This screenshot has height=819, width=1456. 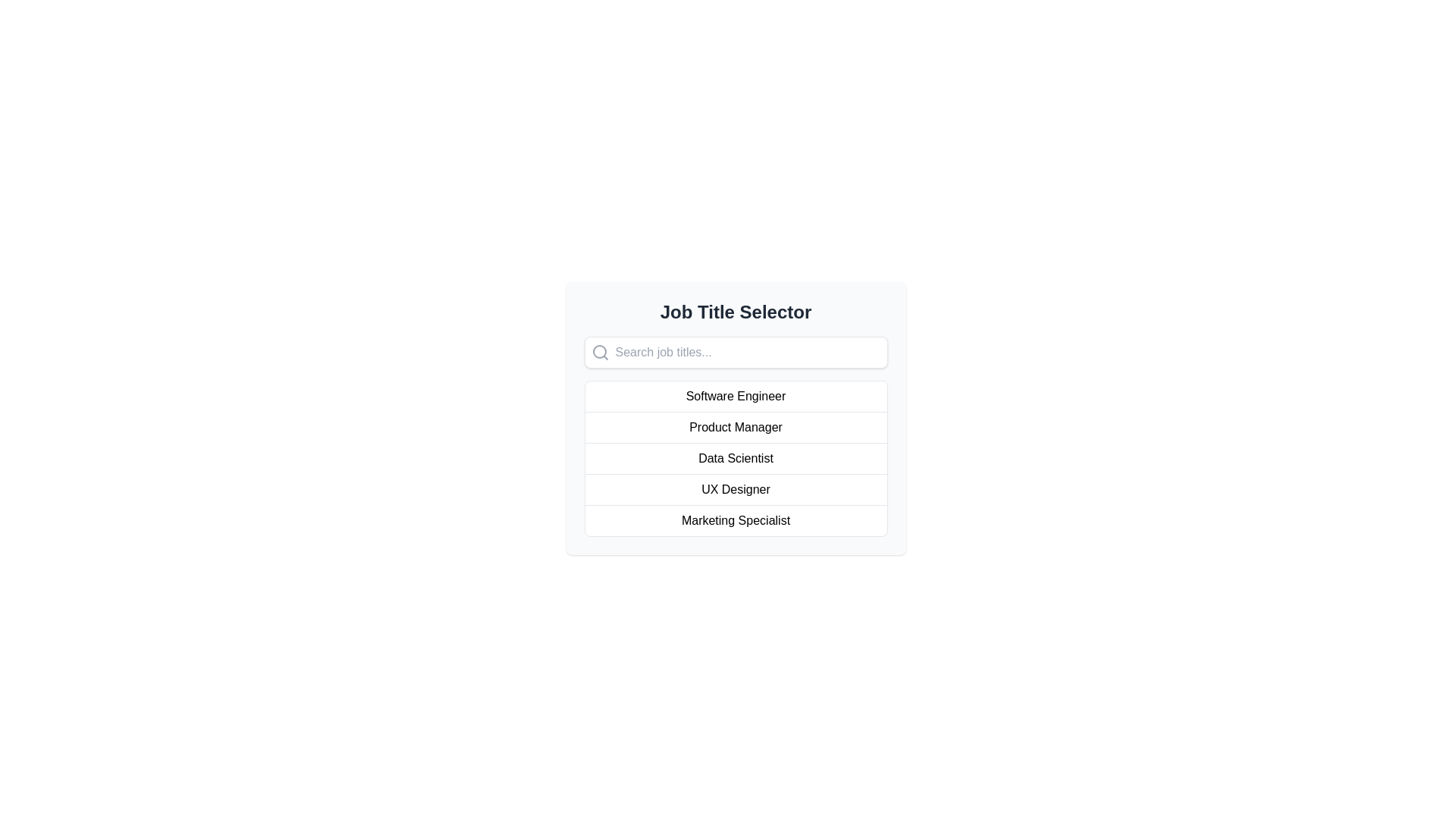 I want to click on the first job title option in the job title selection list, which is located directly below the search bar and above the 'Product Manager' label, so click(x=736, y=396).